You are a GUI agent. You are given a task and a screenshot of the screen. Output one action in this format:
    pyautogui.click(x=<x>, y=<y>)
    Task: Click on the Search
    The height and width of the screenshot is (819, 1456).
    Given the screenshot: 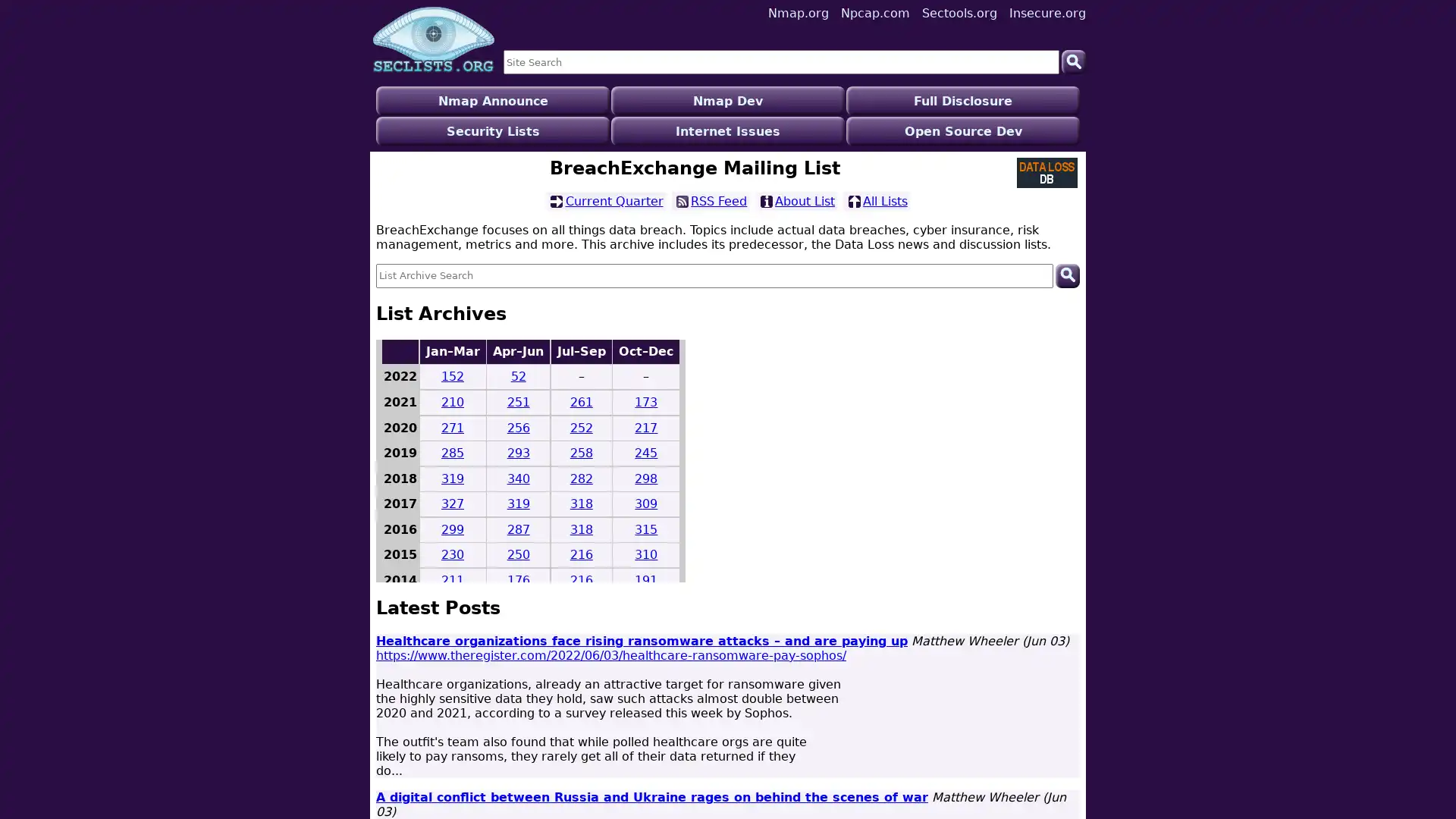 What is the action you would take?
    pyautogui.click(x=1066, y=244)
    